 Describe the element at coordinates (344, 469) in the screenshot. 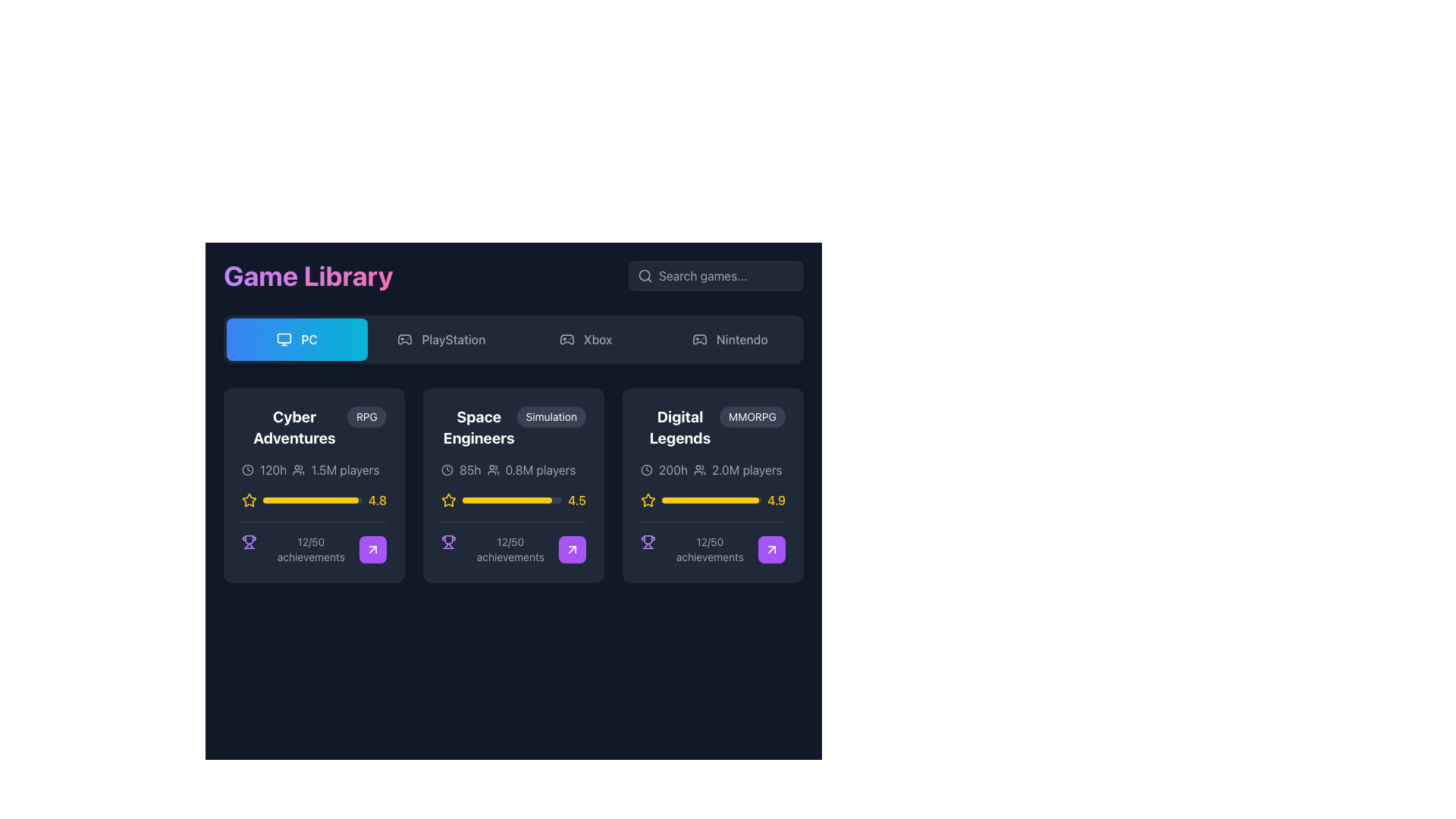

I see `the text label displaying '1.5M players' located in the lower-left section of the 'Cyber Adventures' card within the 'Game Library' grid layout` at that location.